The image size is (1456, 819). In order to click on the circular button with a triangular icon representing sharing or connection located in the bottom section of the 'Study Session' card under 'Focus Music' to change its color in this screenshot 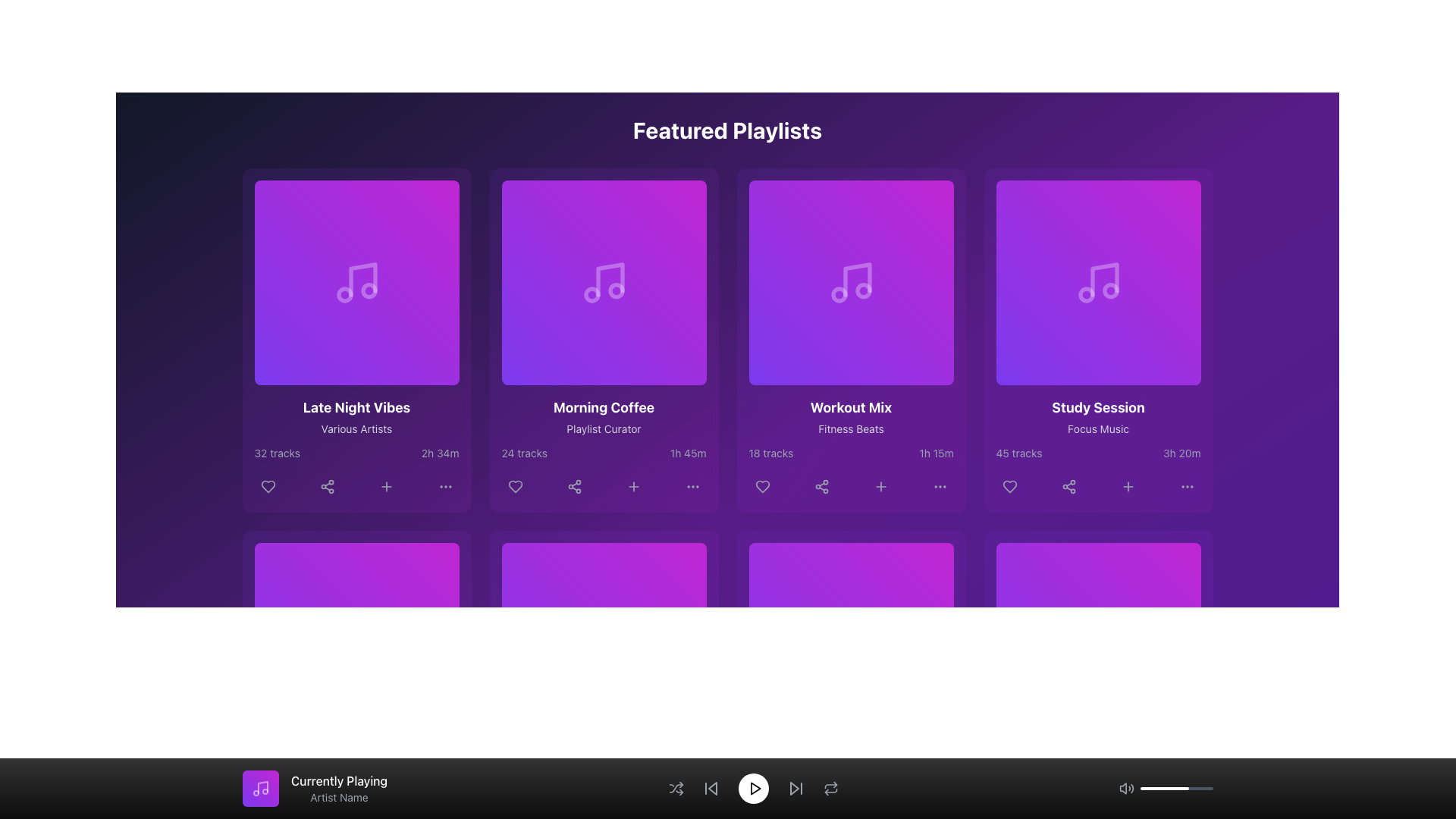, I will do `click(1068, 486)`.